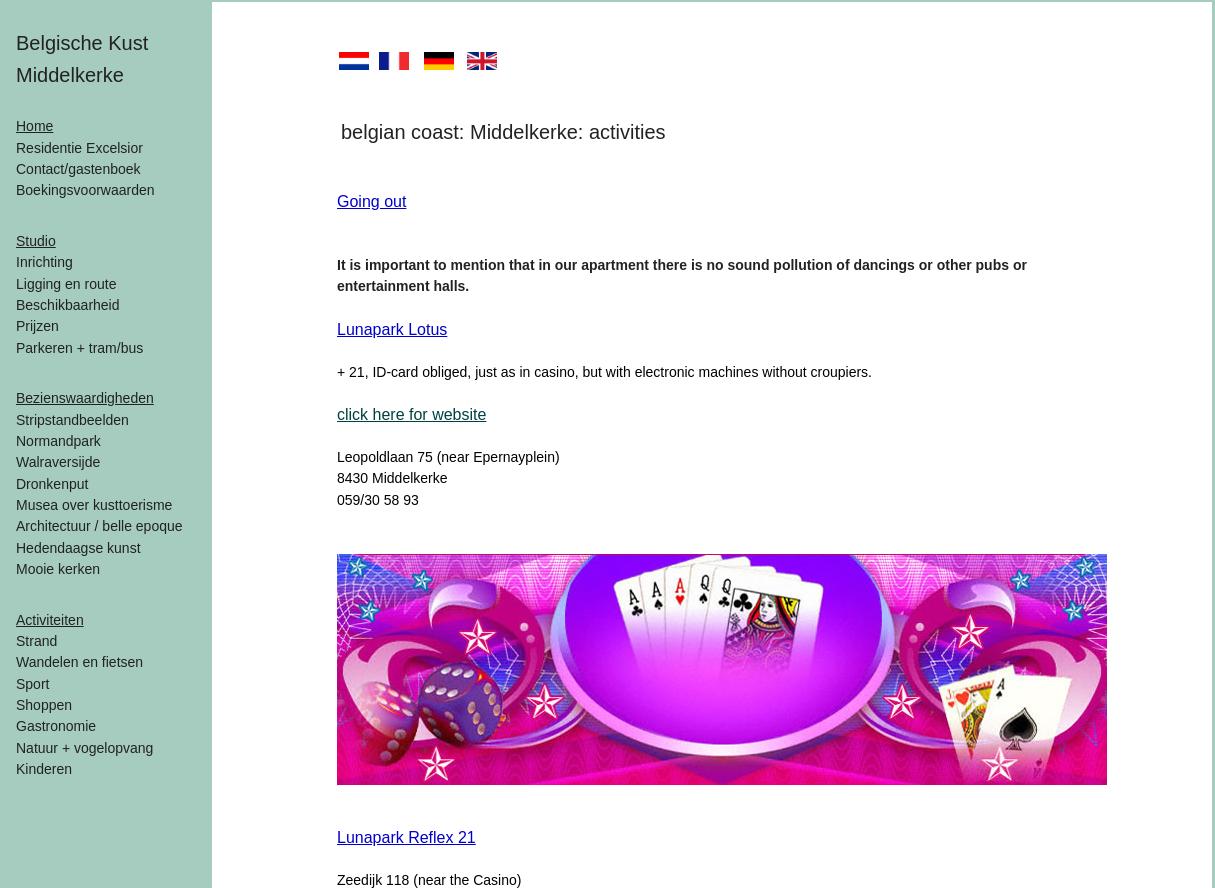  What do you see at coordinates (15, 397) in the screenshot?
I see `'Bezienswaardigheden'` at bounding box center [15, 397].